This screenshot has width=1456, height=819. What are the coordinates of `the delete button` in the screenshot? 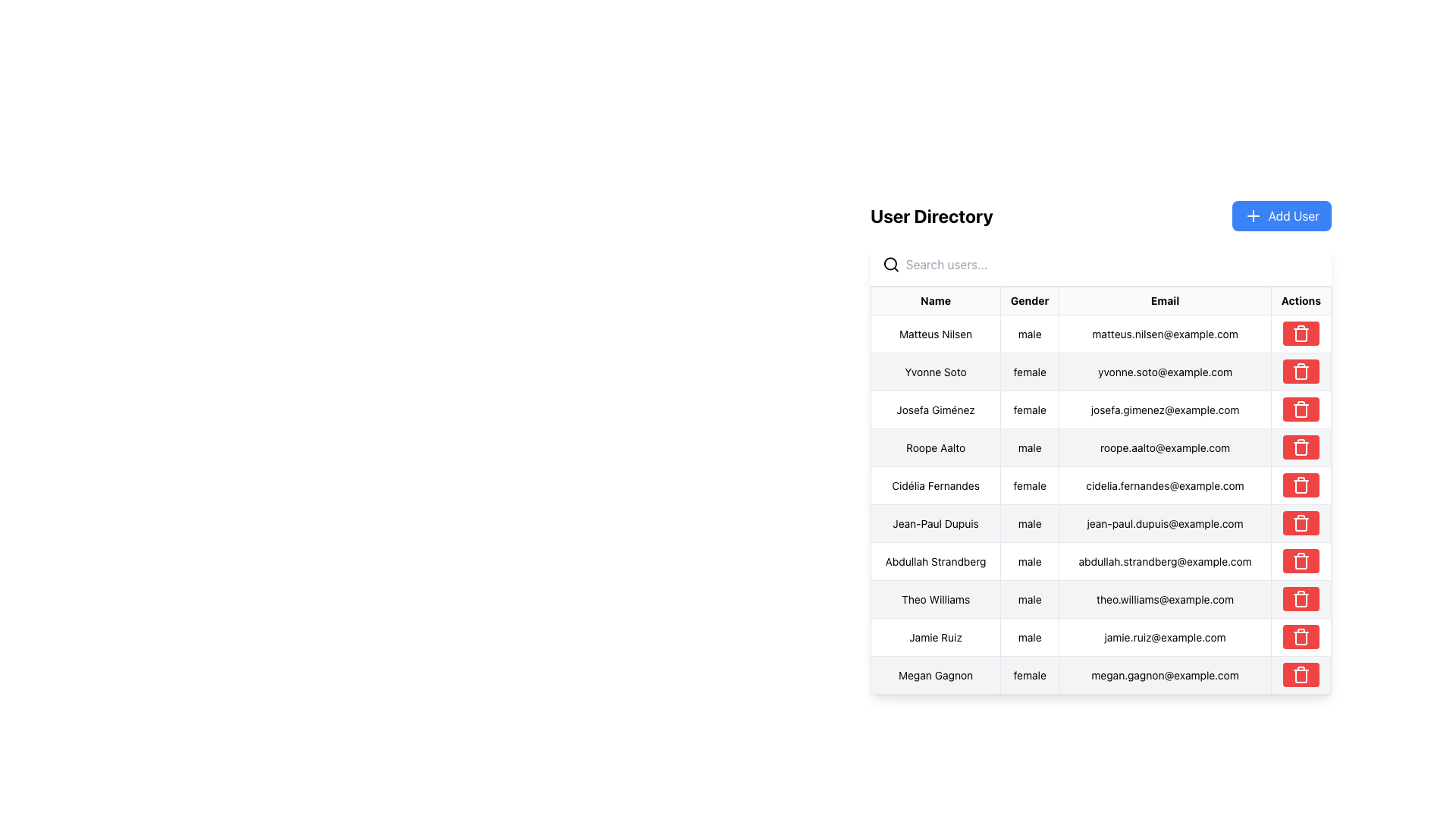 It's located at (1300, 598).